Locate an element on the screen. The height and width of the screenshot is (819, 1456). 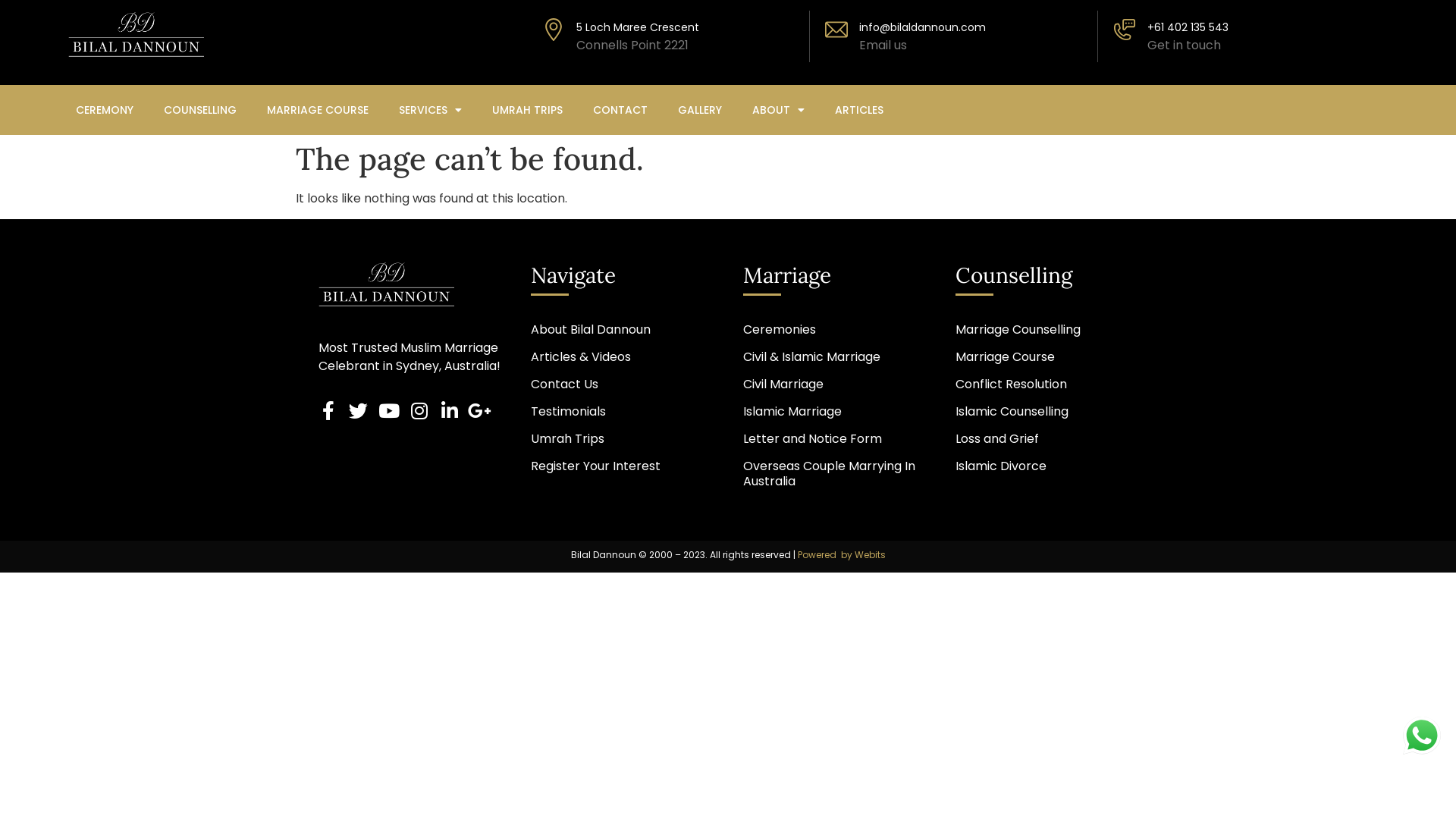
'ABOUT' is located at coordinates (778, 109).